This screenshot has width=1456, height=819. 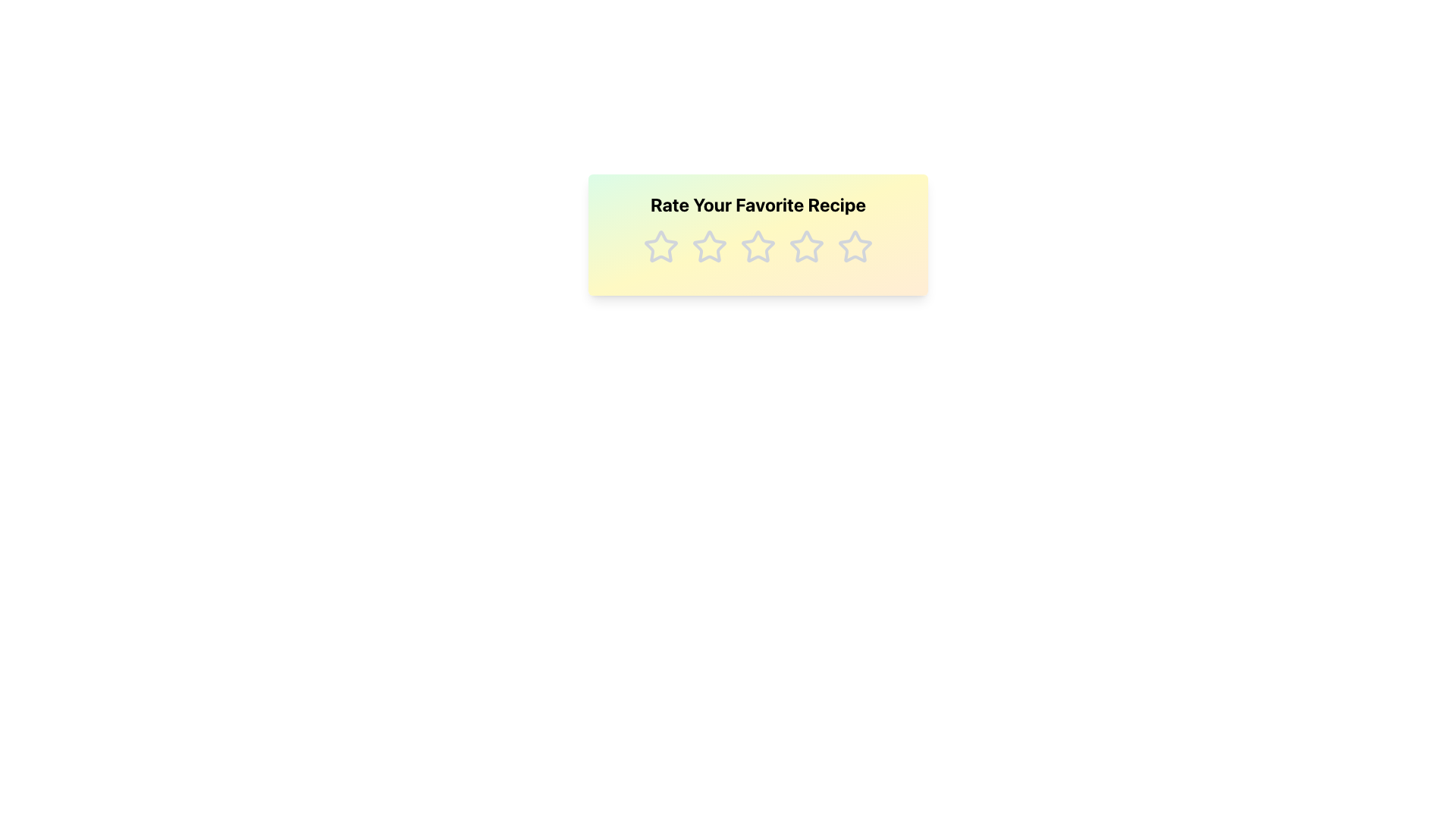 What do you see at coordinates (806, 246) in the screenshot?
I see `the fourth star icon in a 5-star rating system` at bounding box center [806, 246].